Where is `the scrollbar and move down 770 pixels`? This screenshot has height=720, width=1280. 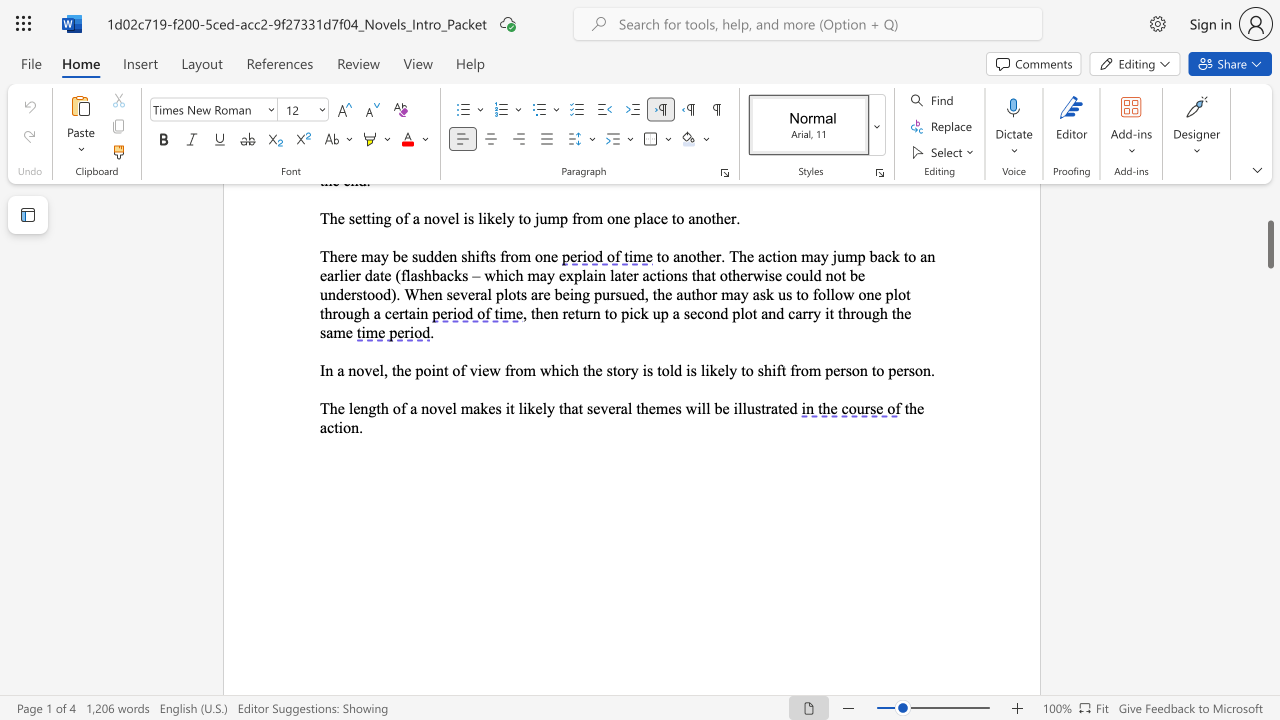 the scrollbar and move down 770 pixels is located at coordinates (1269, 244).